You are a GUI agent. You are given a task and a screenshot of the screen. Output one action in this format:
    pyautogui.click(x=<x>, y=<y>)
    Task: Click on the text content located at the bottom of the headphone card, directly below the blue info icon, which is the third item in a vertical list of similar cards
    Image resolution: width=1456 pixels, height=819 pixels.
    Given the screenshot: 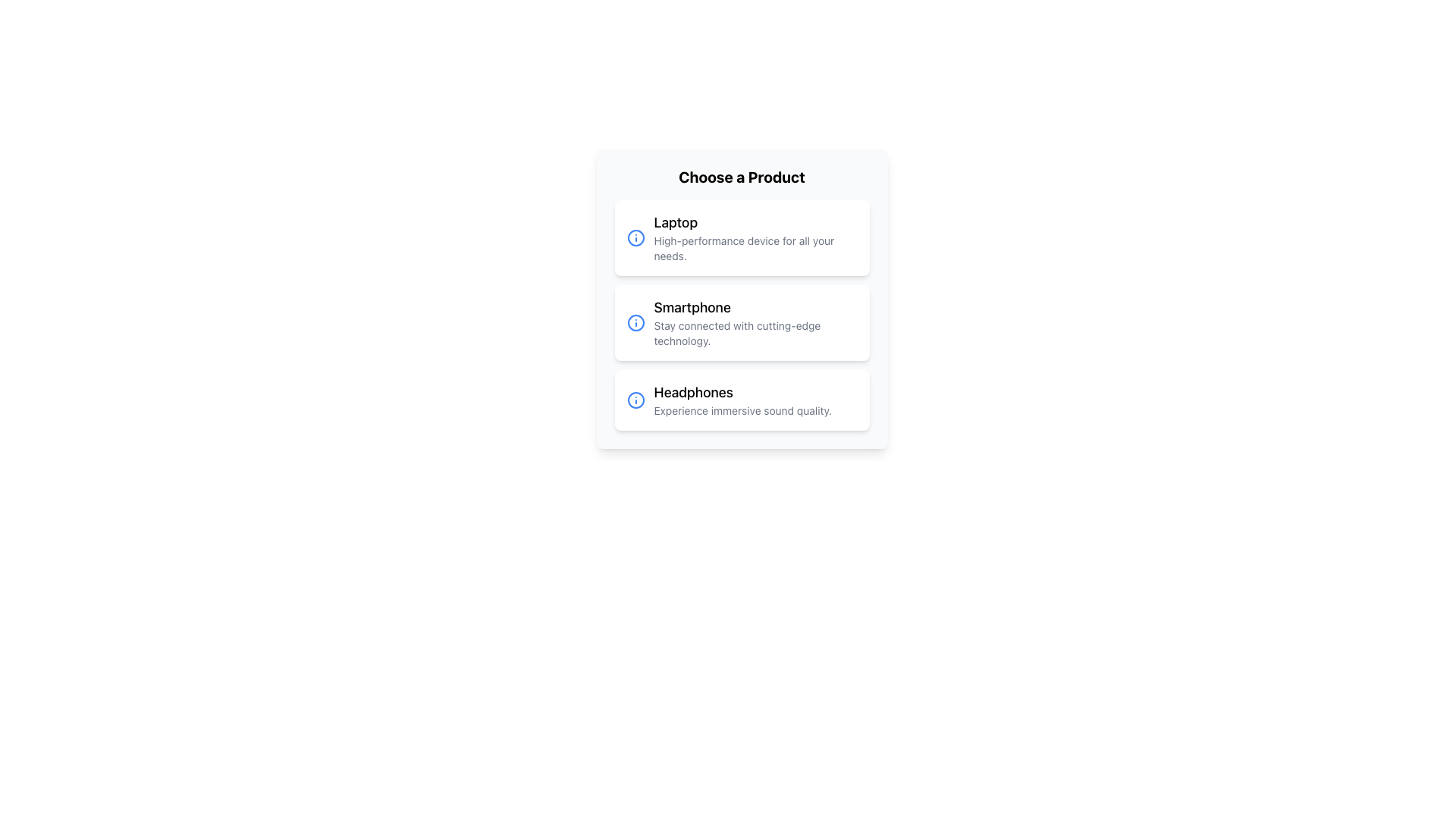 What is the action you would take?
    pyautogui.click(x=755, y=400)
    